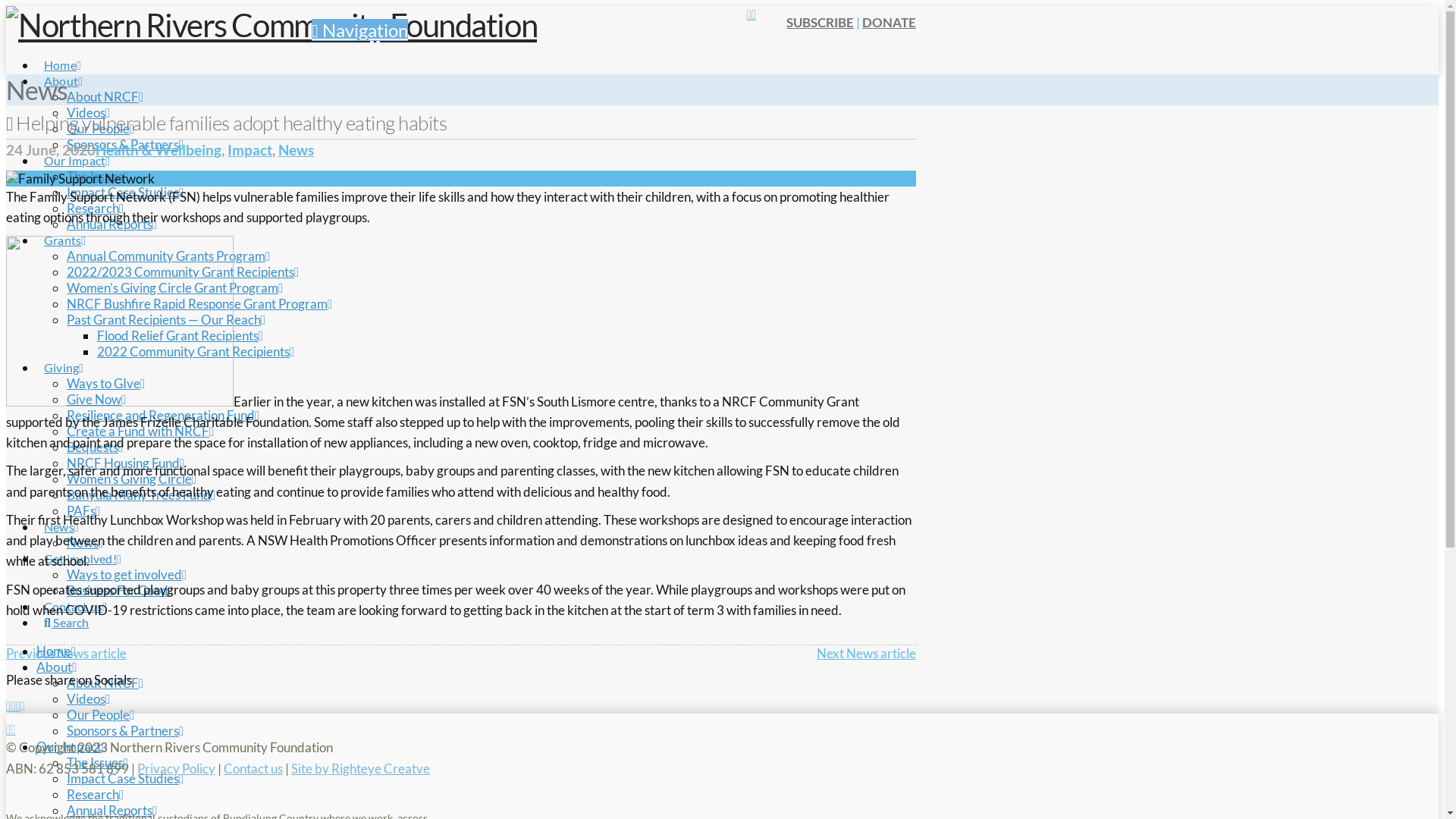 This screenshot has height=819, width=1456. Describe the element at coordinates (57, 666) in the screenshot. I see `'About'` at that location.